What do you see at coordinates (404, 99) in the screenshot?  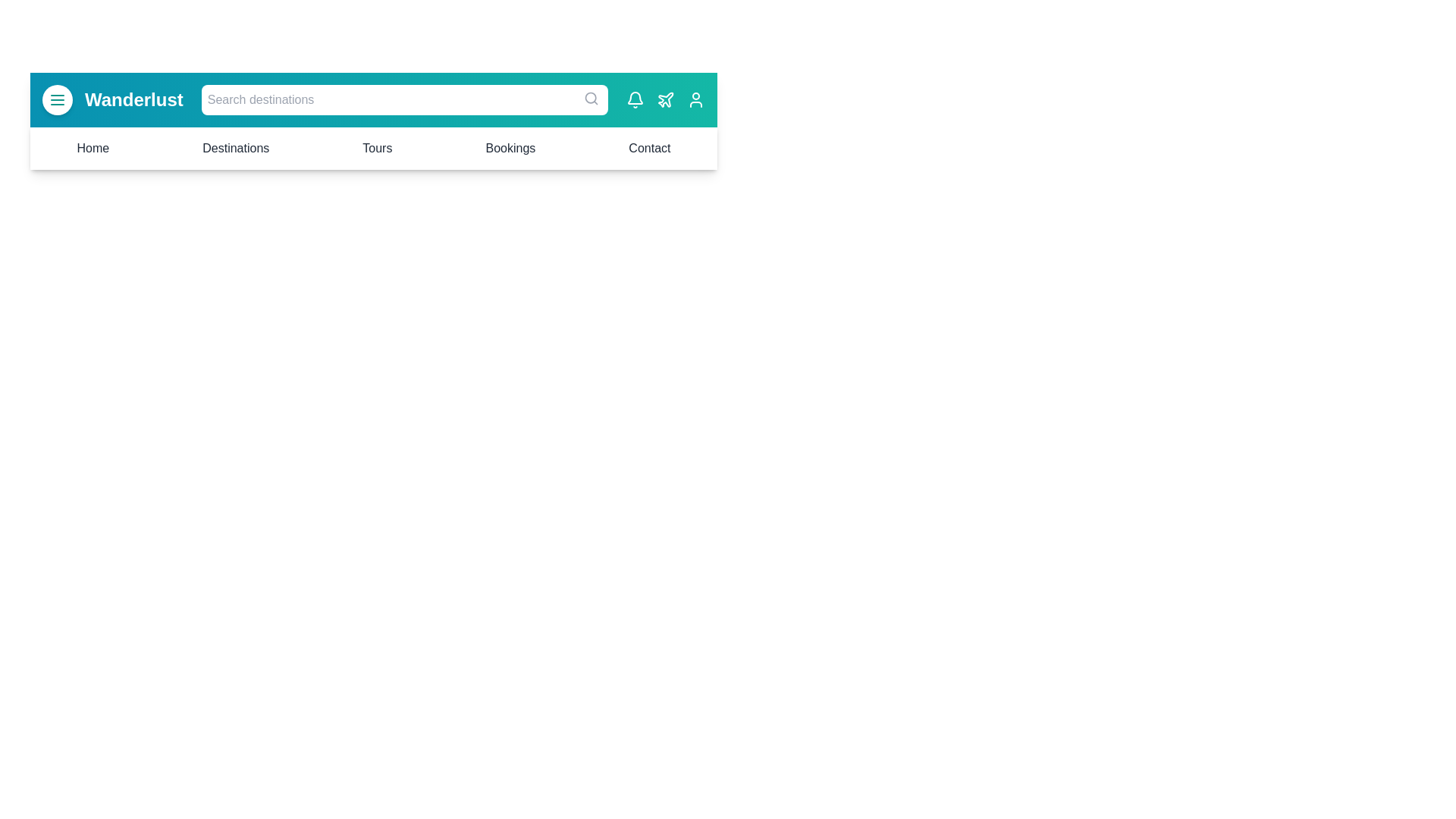 I see `the search bar to focus it` at bounding box center [404, 99].